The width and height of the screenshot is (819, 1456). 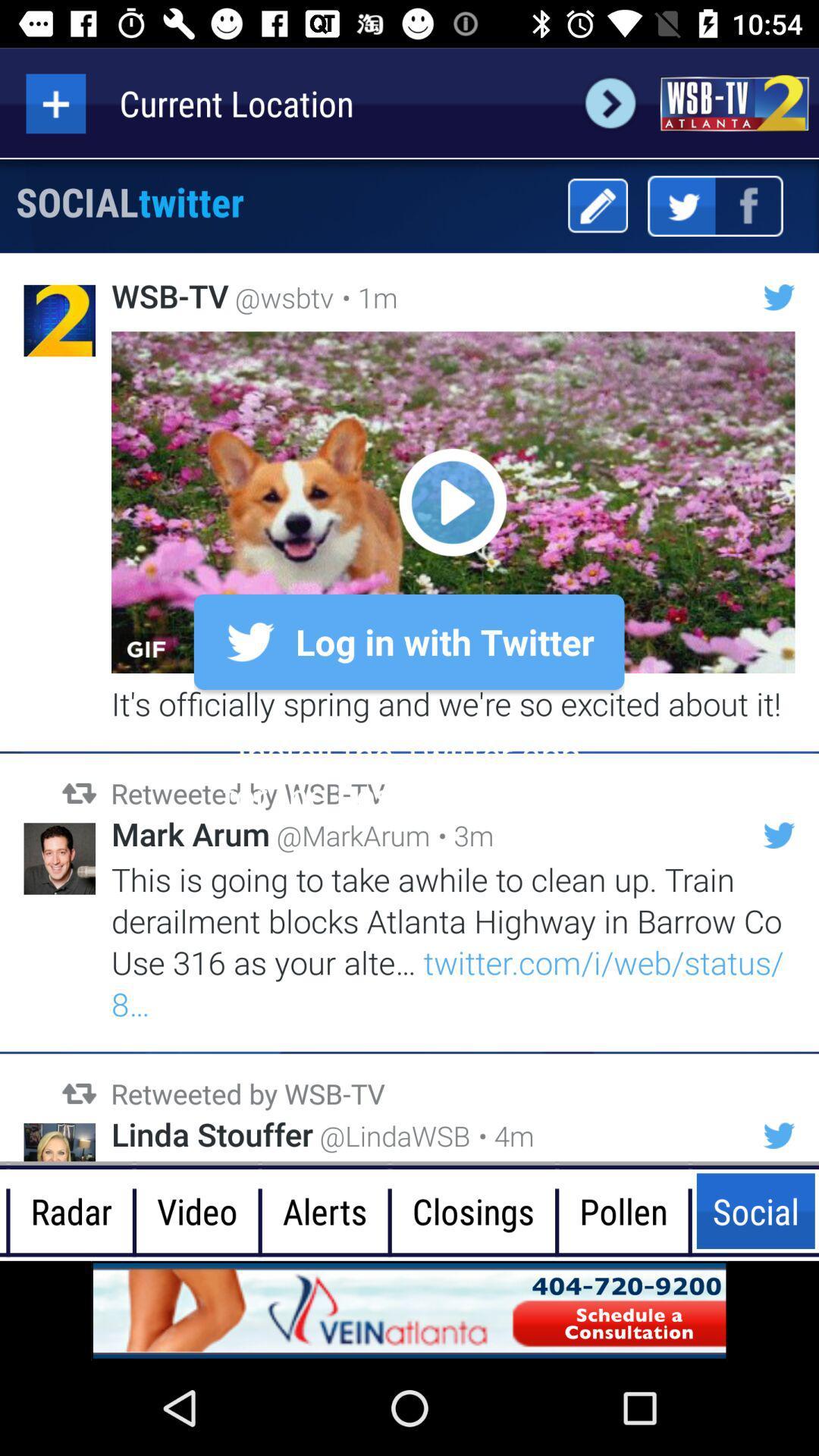 What do you see at coordinates (597, 205) in the screenshot?
I see `the edit icon` at bounding box center [597, 205].